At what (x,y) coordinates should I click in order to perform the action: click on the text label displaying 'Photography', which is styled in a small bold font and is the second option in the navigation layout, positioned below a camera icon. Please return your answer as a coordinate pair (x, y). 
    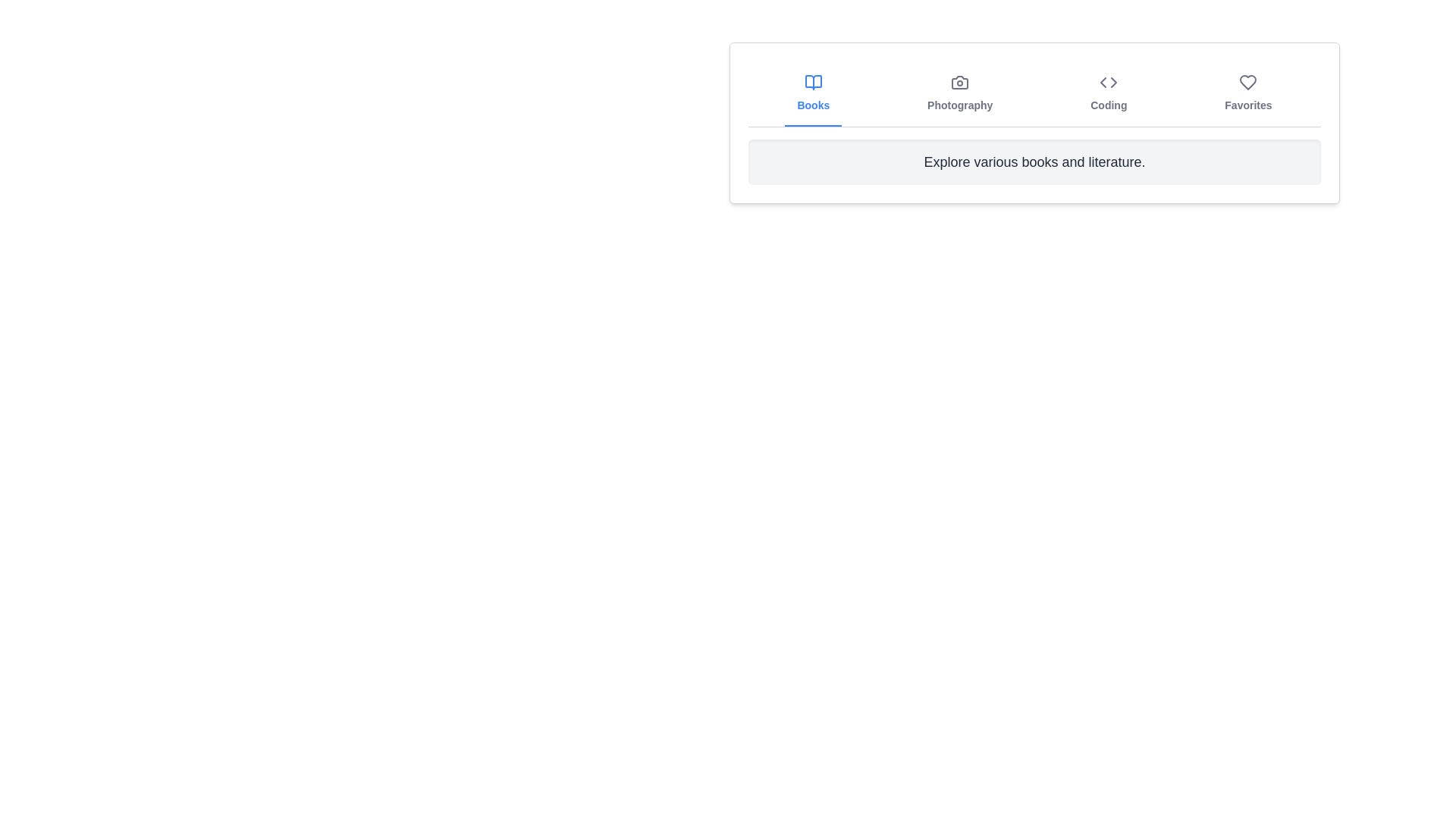
    Looking at the image, I should click on (959, 104).